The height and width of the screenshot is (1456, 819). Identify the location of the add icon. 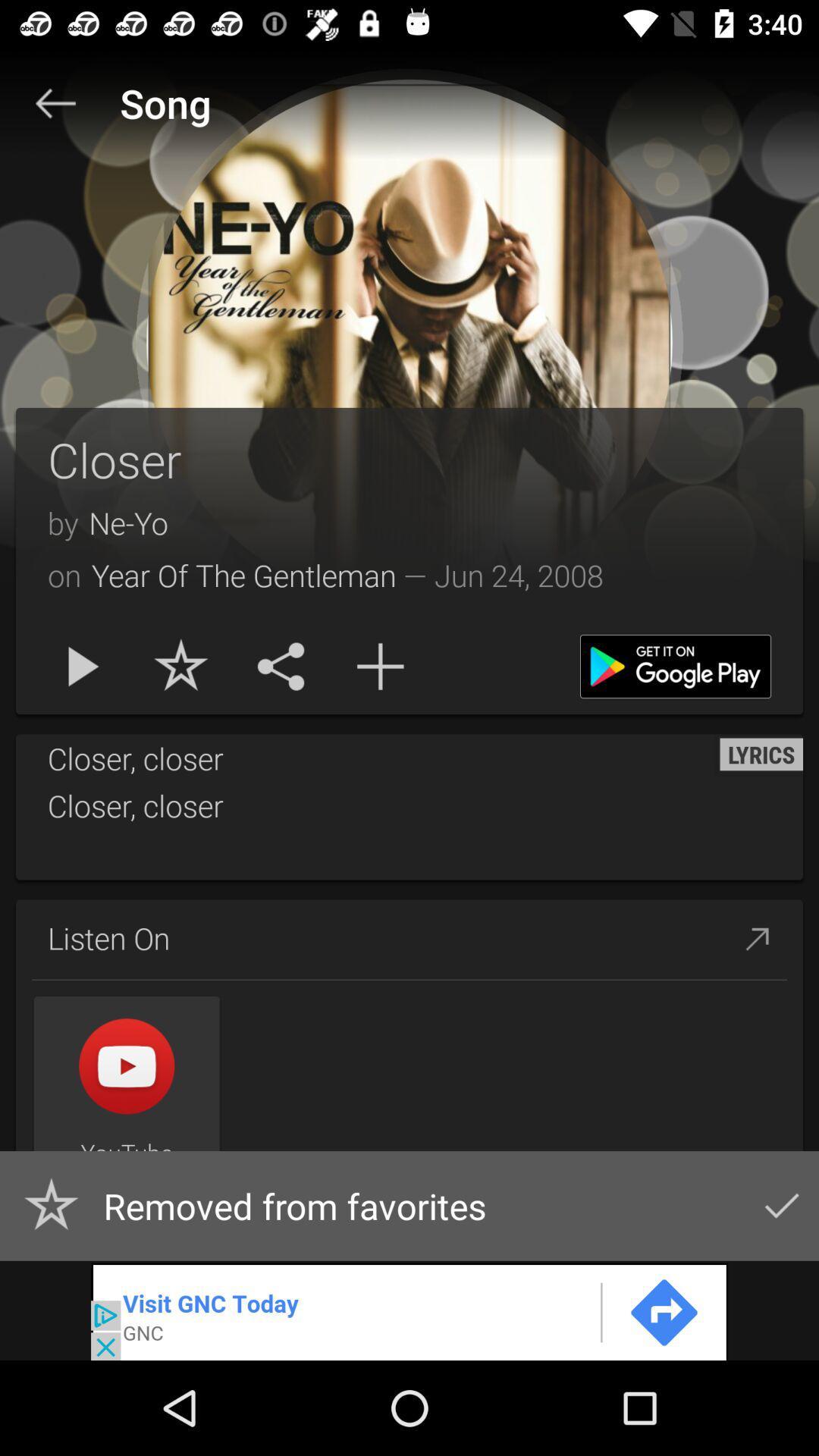
(379, 666).